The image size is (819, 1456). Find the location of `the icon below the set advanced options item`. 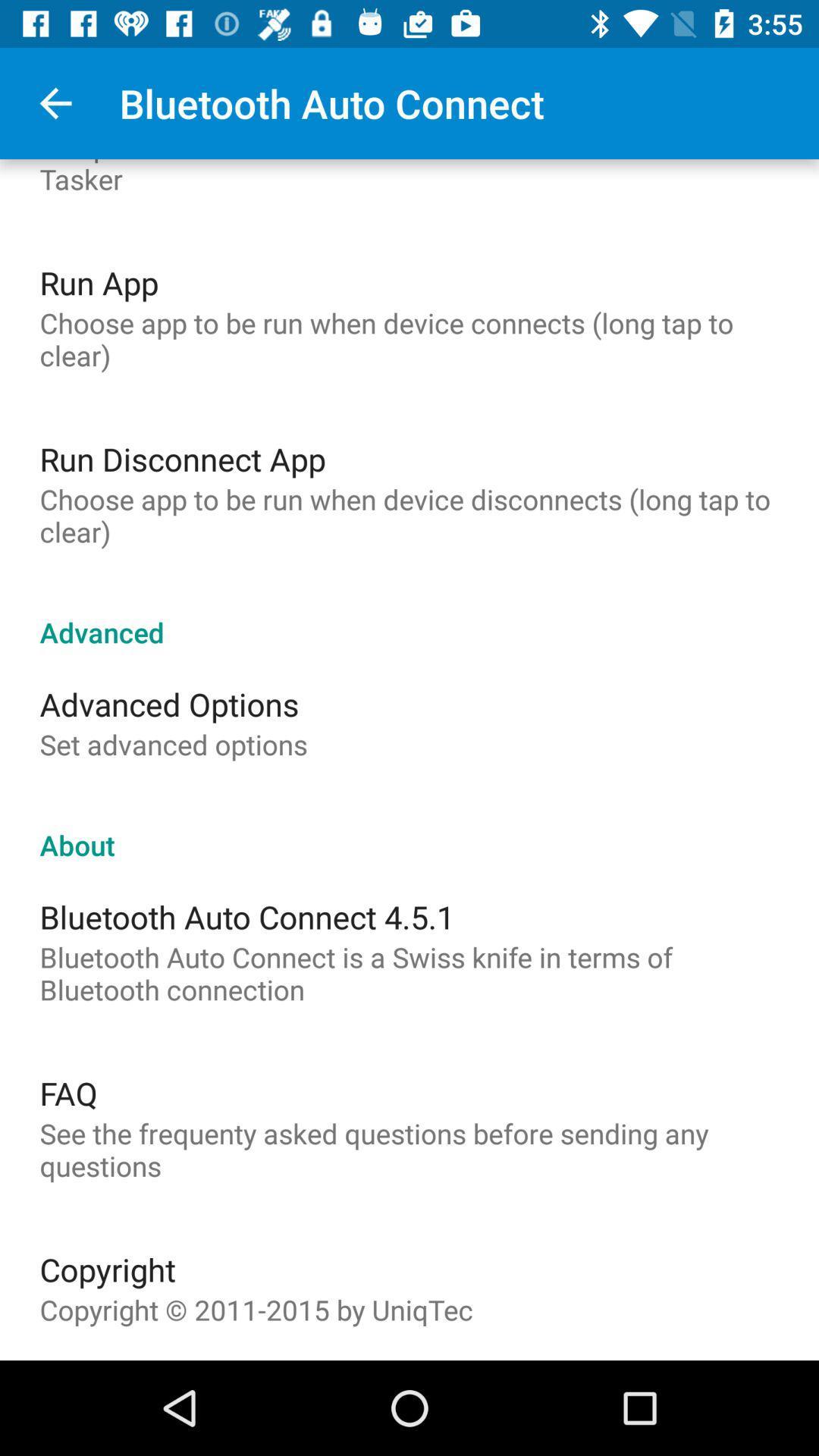

the icon below the set advanced options item is located at coordinates (409, 828).